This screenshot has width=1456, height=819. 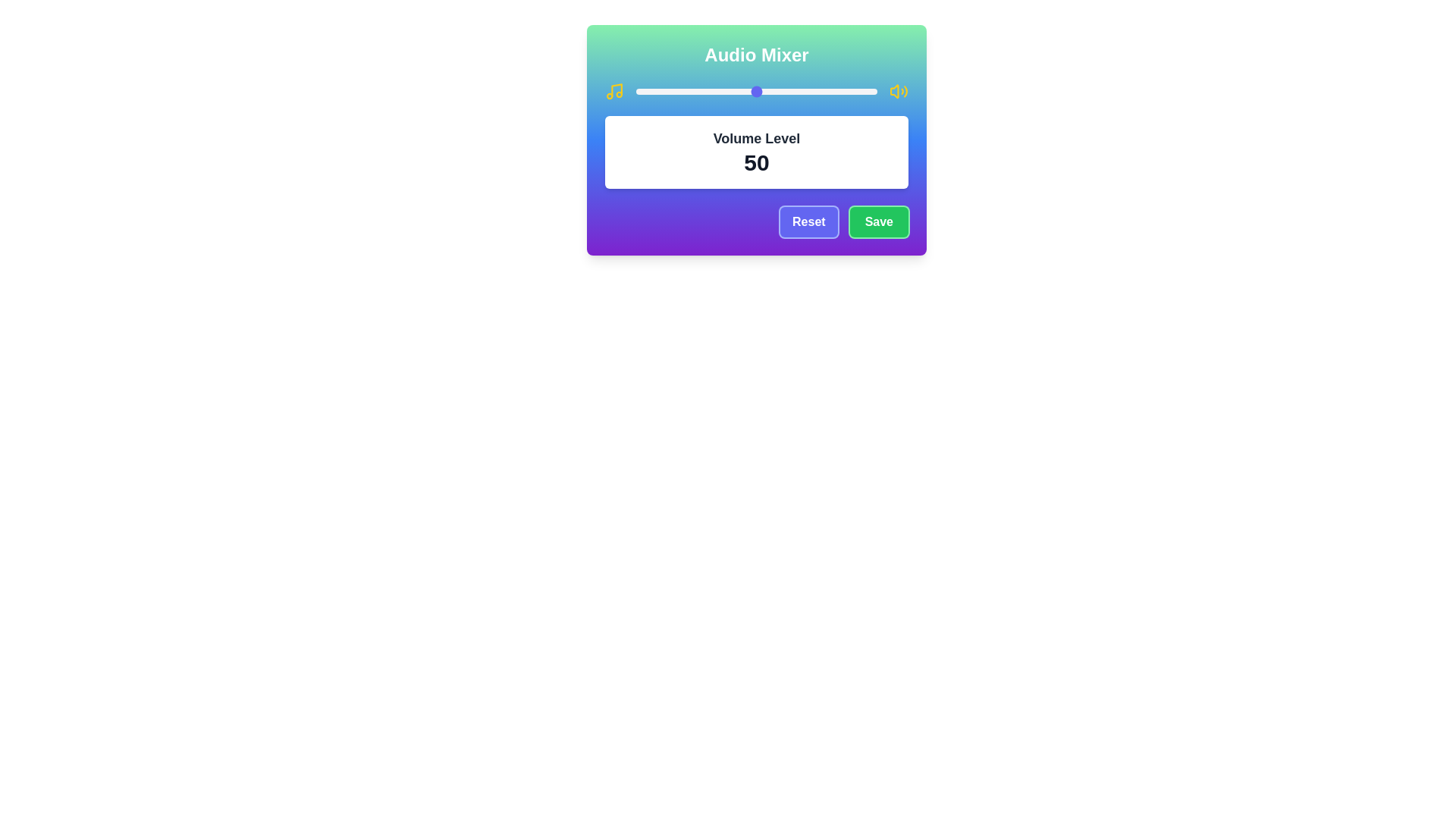 I want to click on the 'Volume Level' text displayed in bold, dark gray font above the numeric value '50' within a white background card, so click(x=757, y=138).